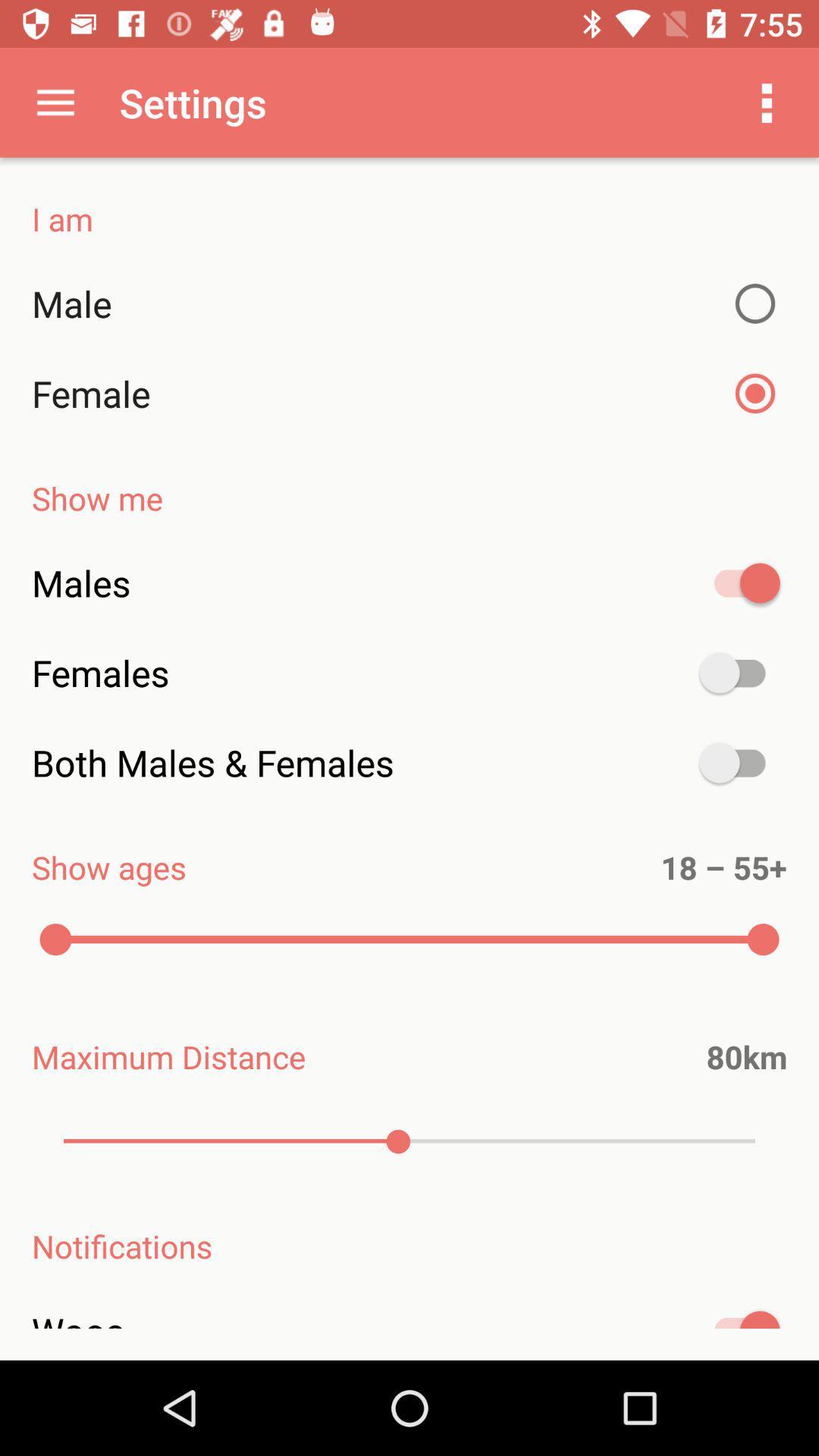 The height and width of the screenshot is (1456, 819). What do you see at coordinates (409, 763) in the screenshot?
I see `the item below the females item` at bounding box center [409, 763].